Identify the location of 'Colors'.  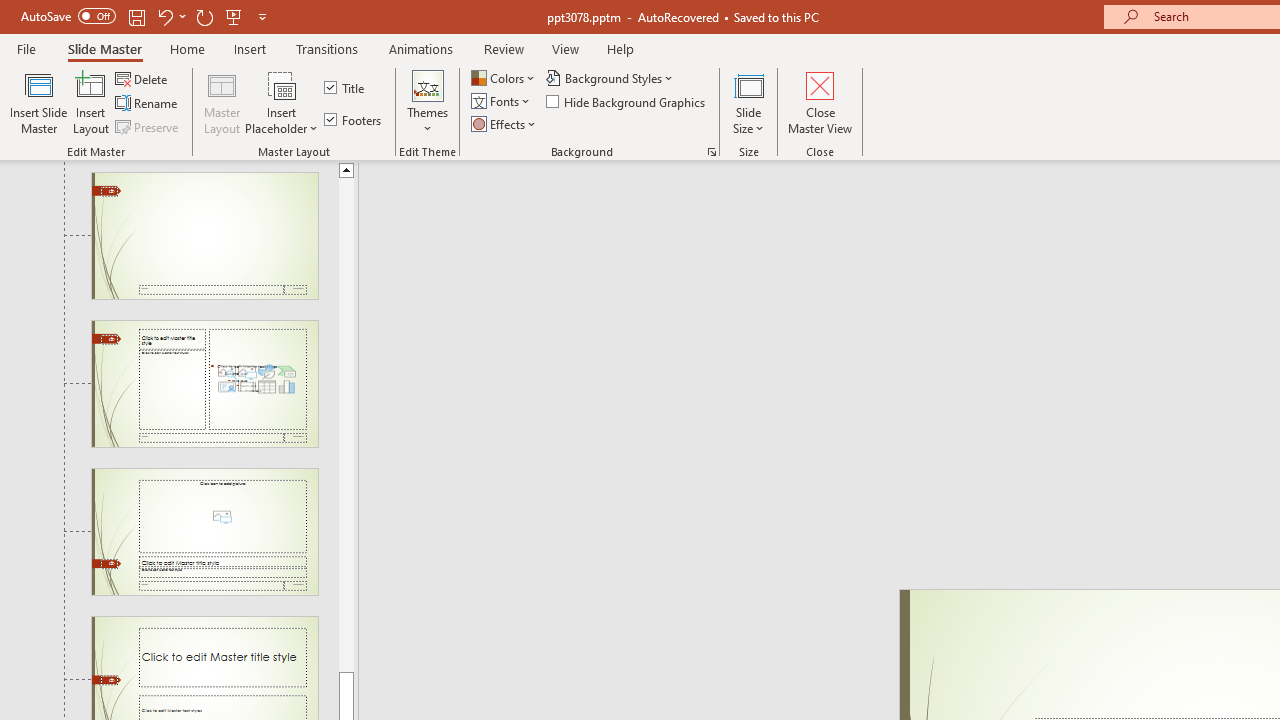
(504, 77).